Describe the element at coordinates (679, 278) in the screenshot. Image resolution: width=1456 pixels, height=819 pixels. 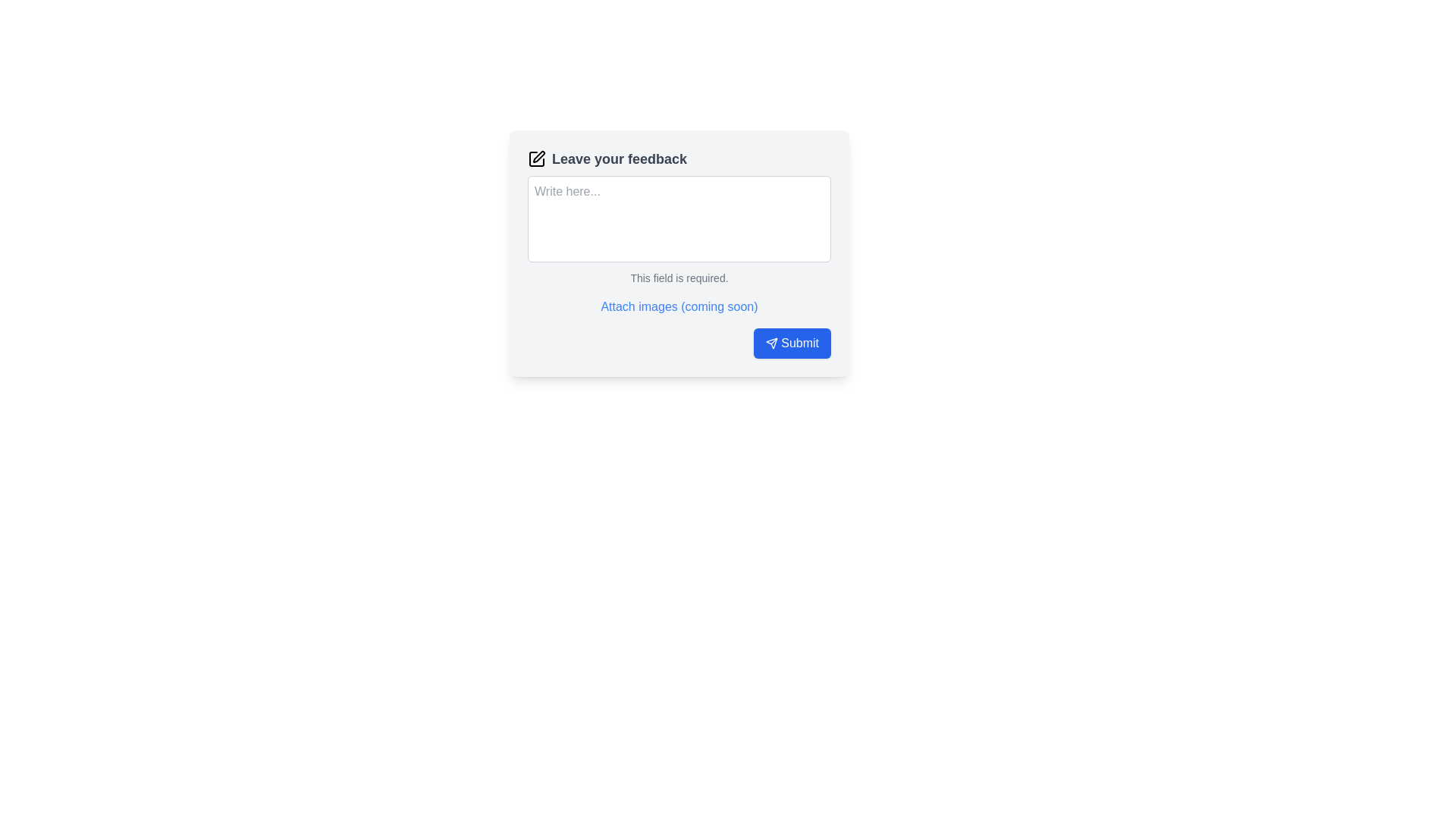
I see `the text label 'This field is required.' which is styled in a smaller font size with a muted gray color, located directly below the multi-line text input labeled 'Leave your feedback'` at that location.